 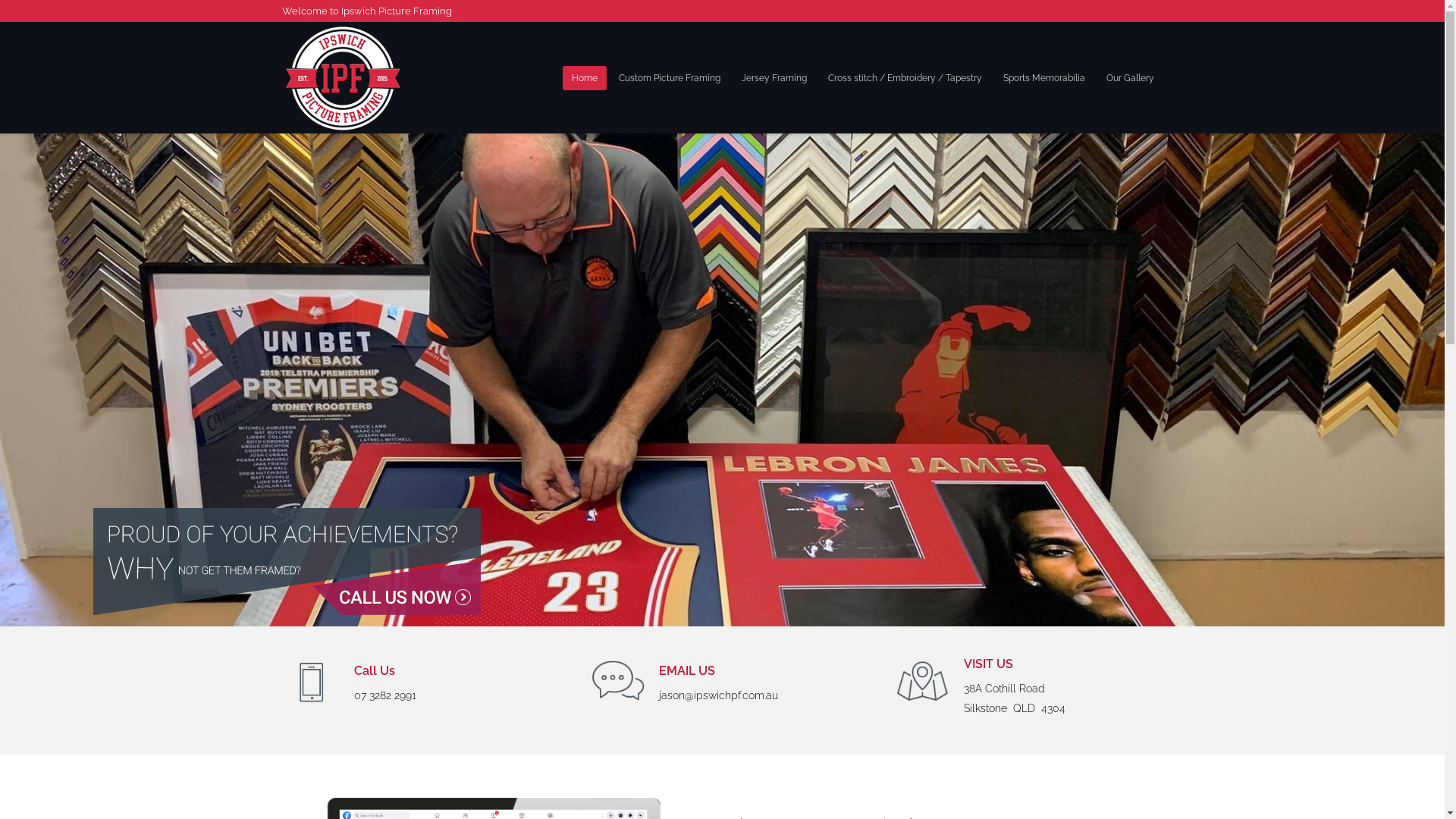 What do you see at coordinates (1129, 77) in the screenshot?
I see `'Our Gallery'` at bounding box center [1129, 77].